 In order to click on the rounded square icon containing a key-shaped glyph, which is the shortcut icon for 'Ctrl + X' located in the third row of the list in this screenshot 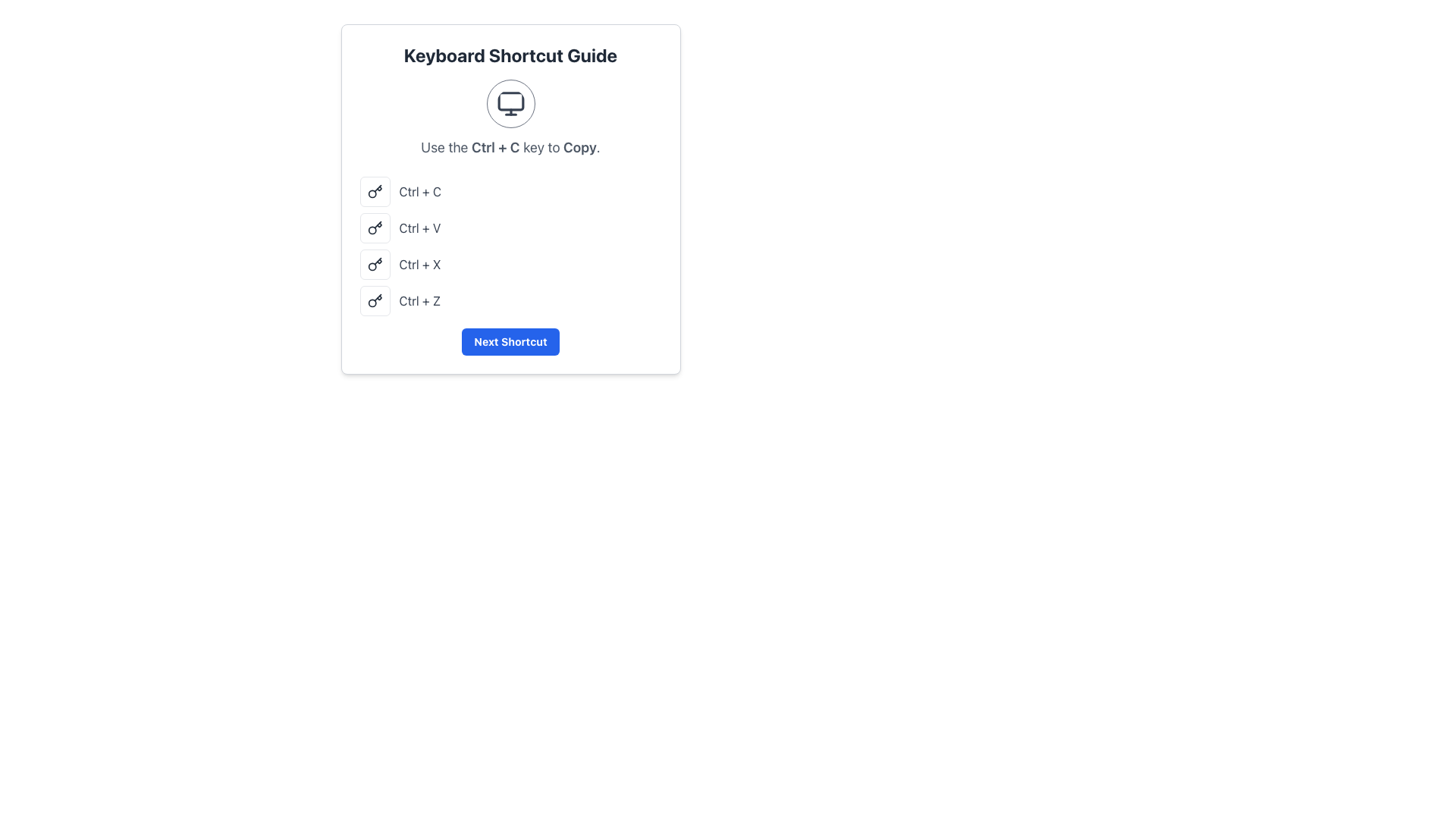, I will do `click(375, 263)`.